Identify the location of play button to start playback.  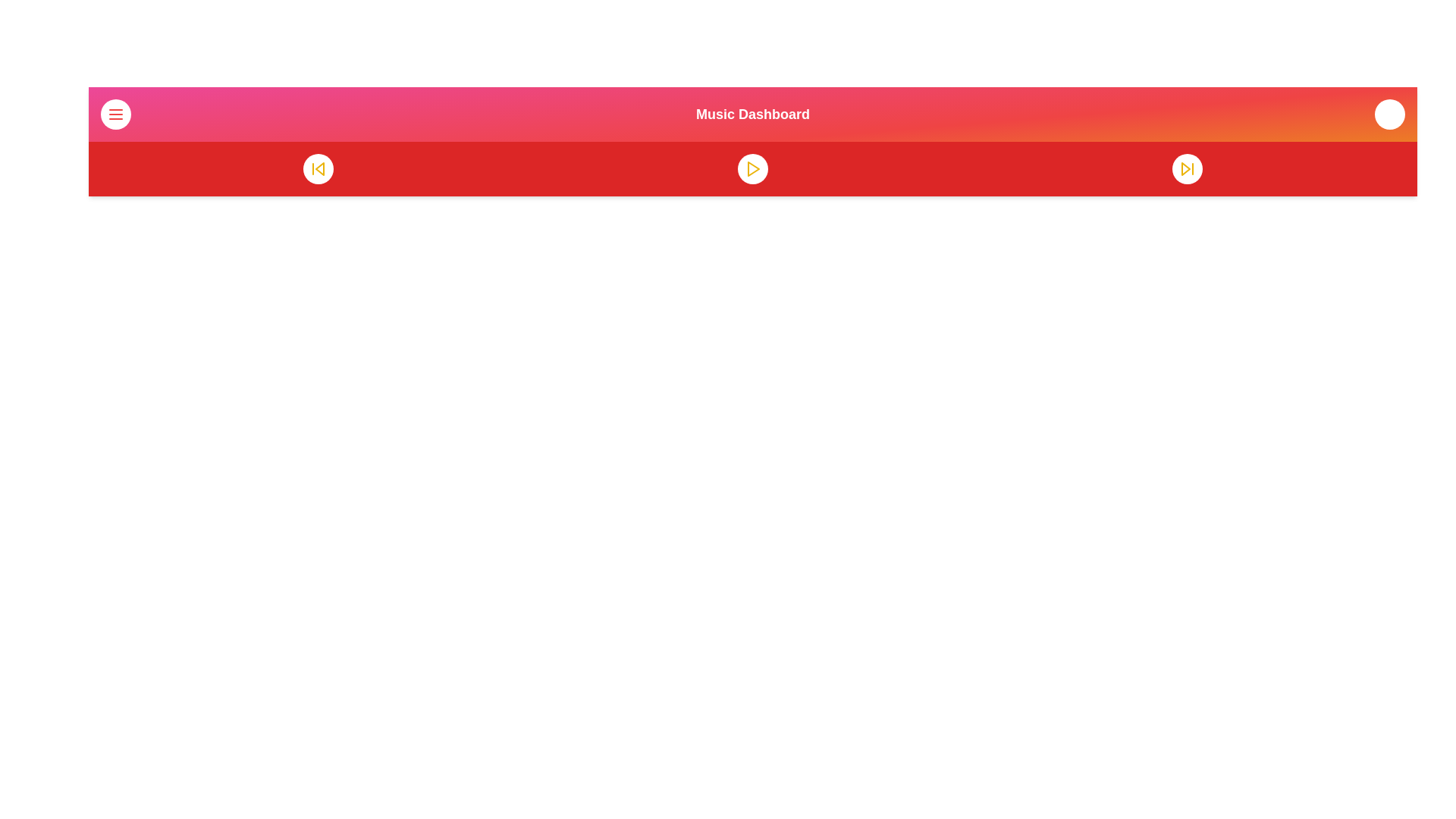
(753, 169).